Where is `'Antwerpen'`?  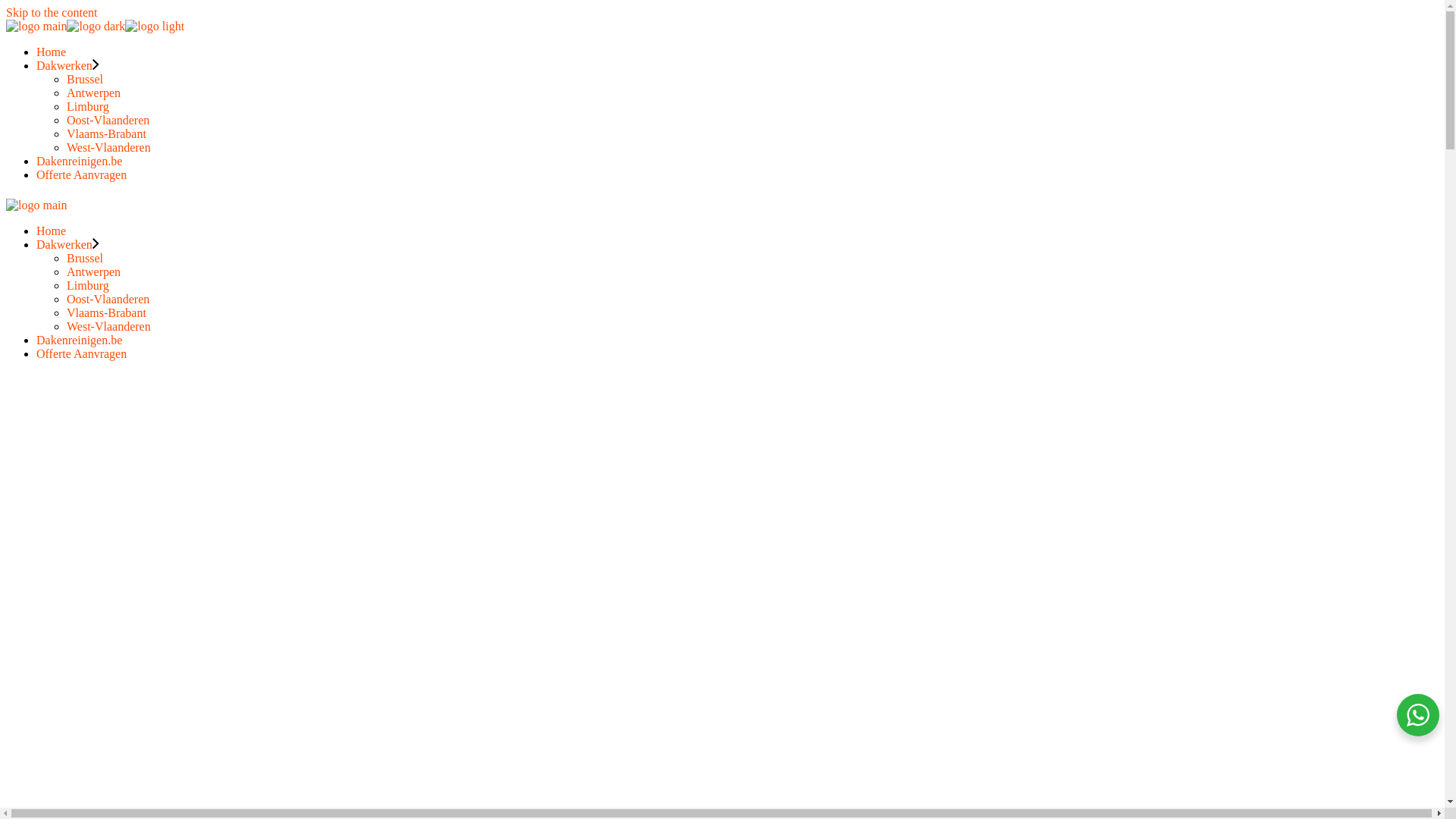 'Antwerpen' is located at coordinates (65, 271).